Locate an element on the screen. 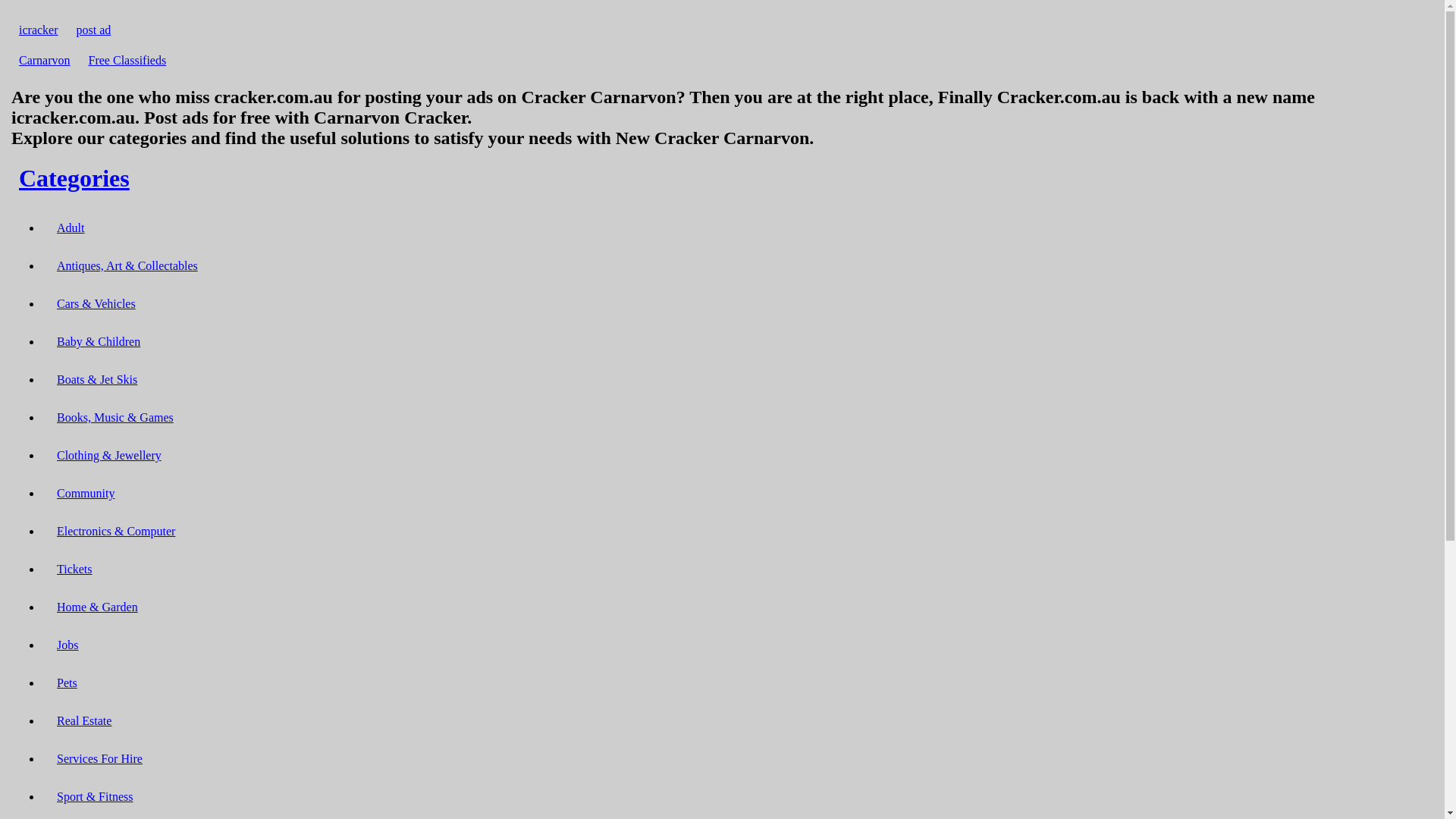  'Real Estate' is located at coordinates (83, 720).